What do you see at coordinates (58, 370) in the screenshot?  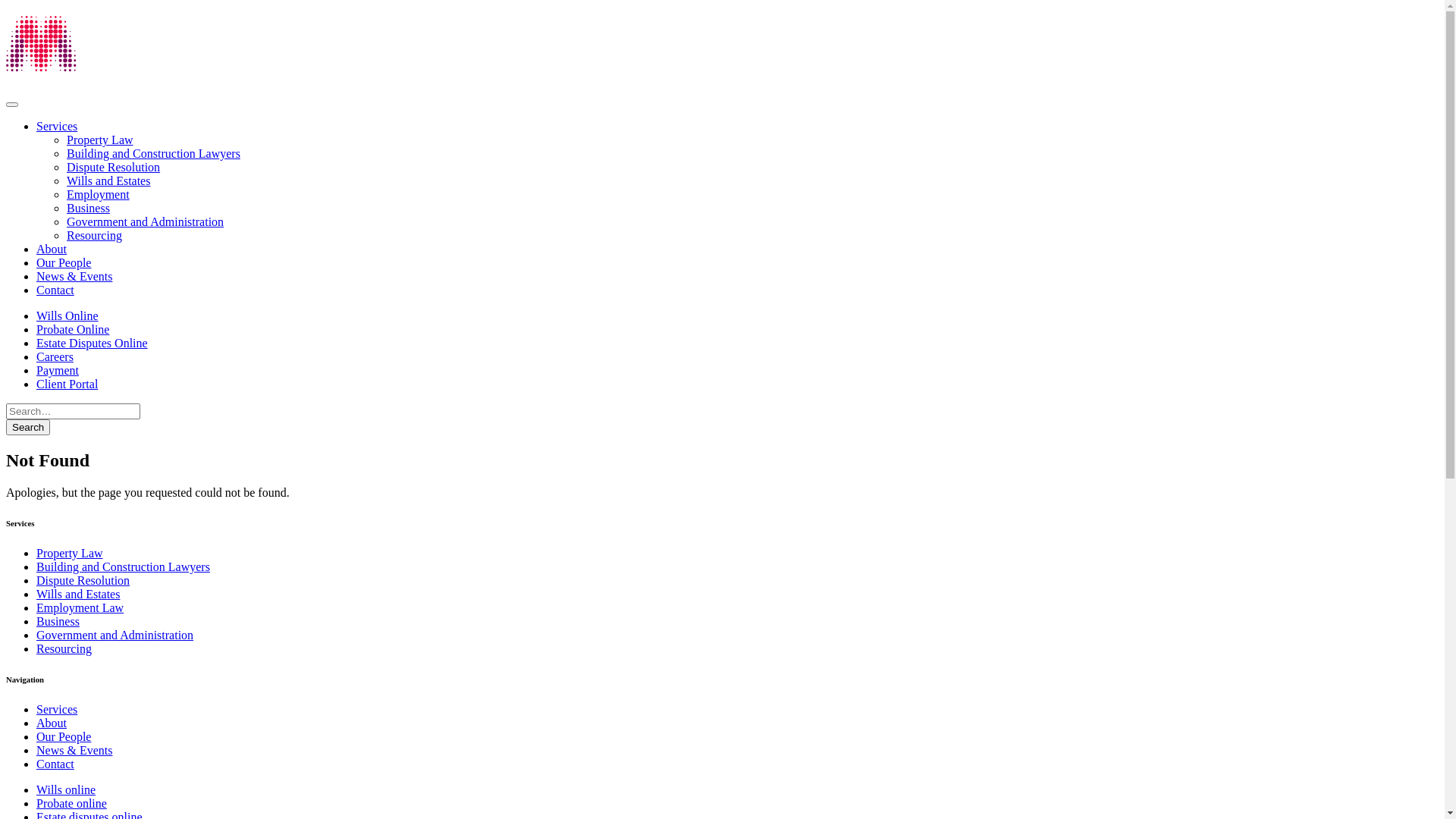 I see `'Payment'` at bounding box center [58, 370].